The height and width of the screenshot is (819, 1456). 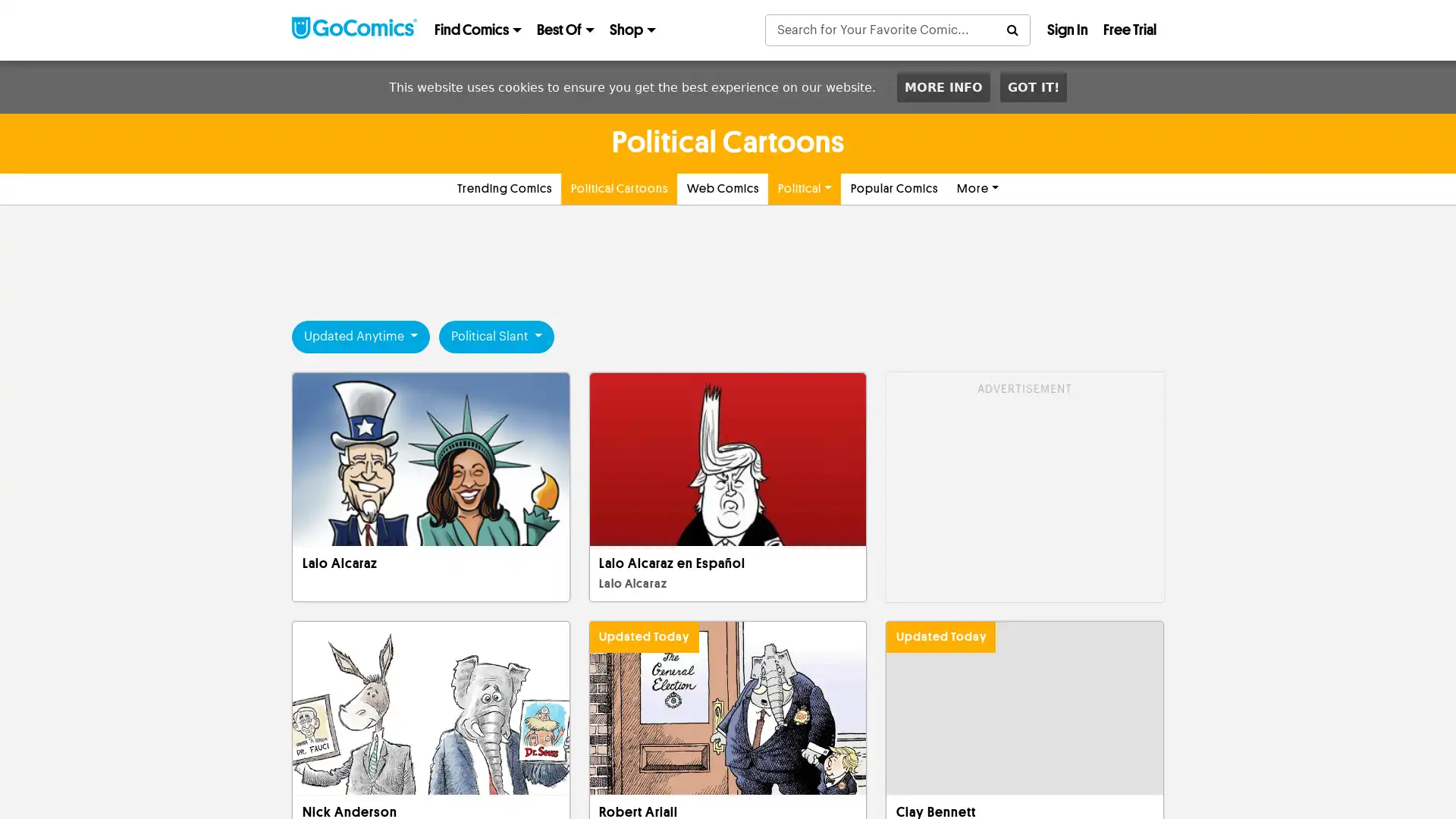 What do you see at coordinates (1033, 764) in the screenshot?
I see `Close Ad` at bounding box center [1033, 764].